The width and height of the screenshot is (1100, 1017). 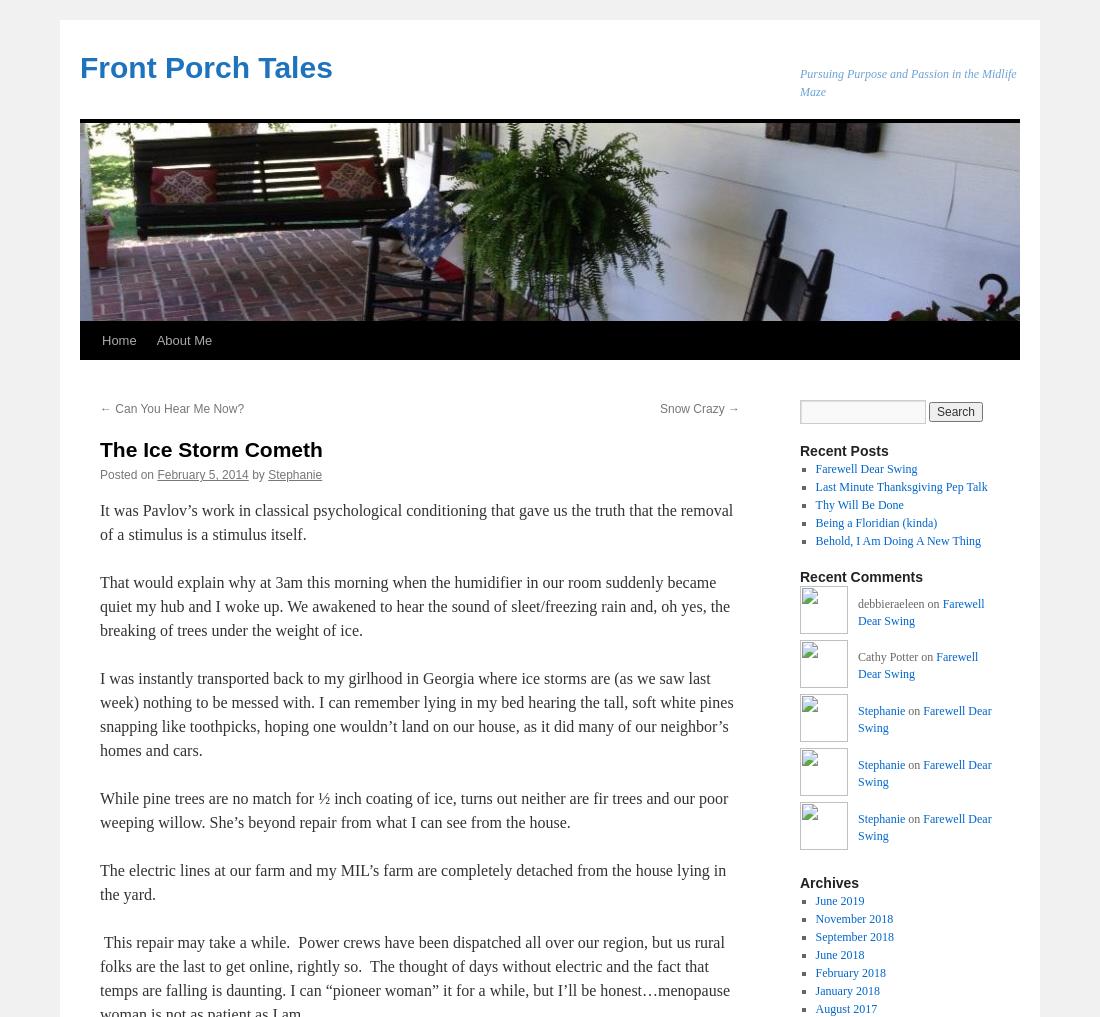 What do you see at coordinates (412, 882) in the screenshot?
I see `'The electric lines at our farm and my MIL’s farm are completely detached from the house lying in the yard.'` at bounding box center [412, 882].